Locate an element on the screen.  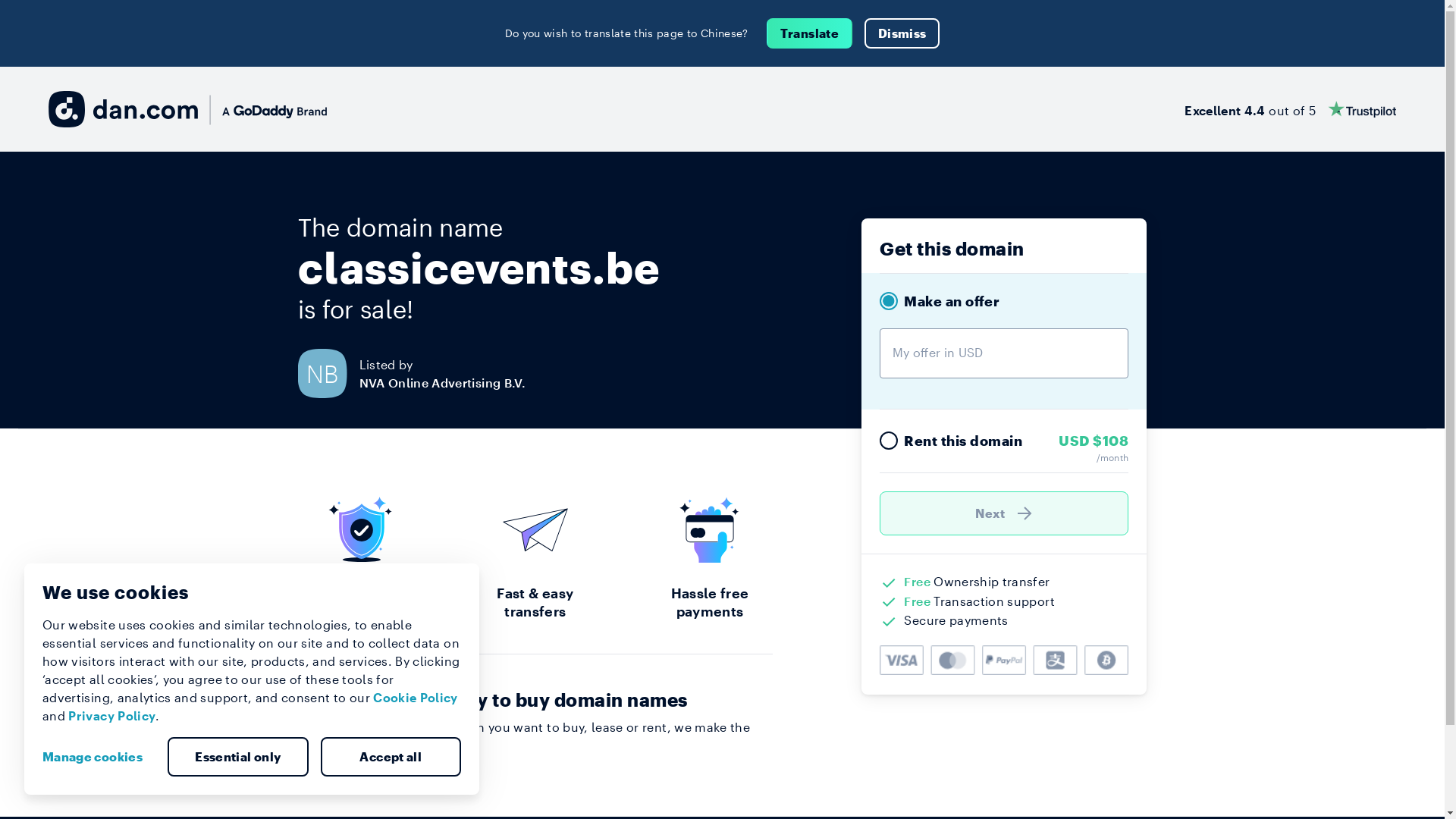
'Cookie Policy' is located at coordinates (415, 697).